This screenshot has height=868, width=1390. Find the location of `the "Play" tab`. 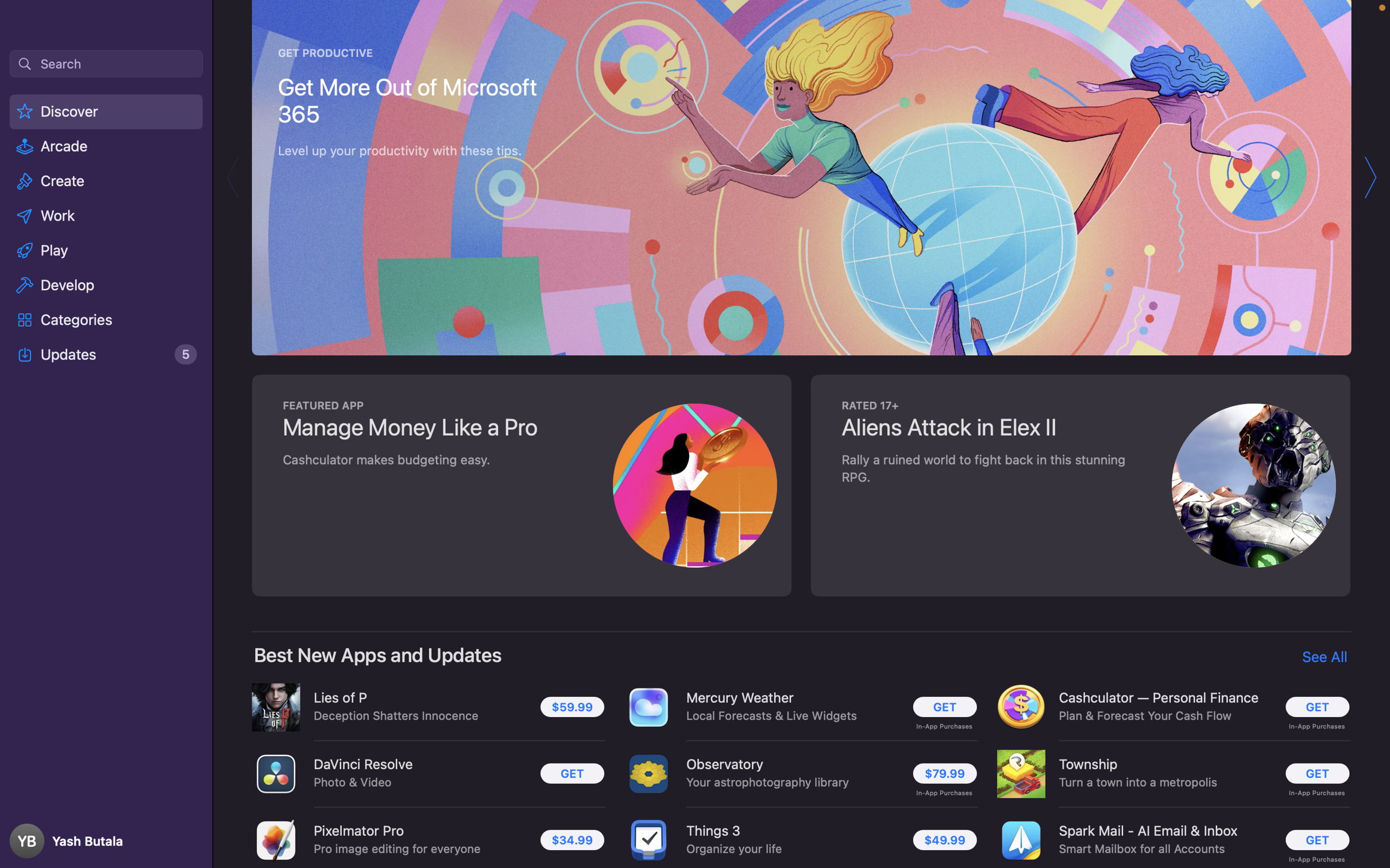

the "Play" tab is located at coordinates (106, 249).